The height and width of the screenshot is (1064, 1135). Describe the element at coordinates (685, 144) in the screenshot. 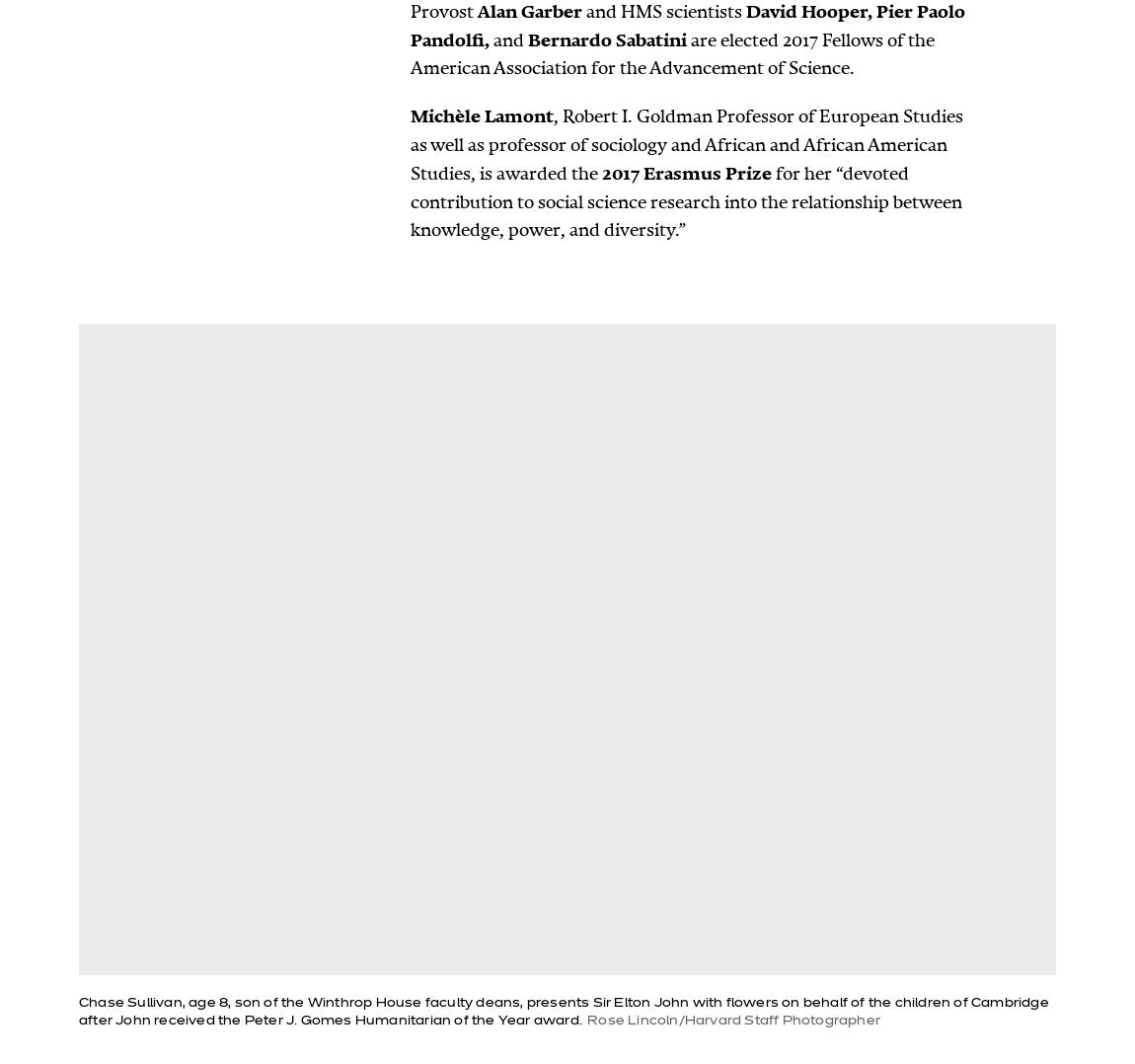

I see `', Robert I. Goldman Professor of European Studies as well as professor of sociology and African and African American Studies, is awarded the'` at that location.